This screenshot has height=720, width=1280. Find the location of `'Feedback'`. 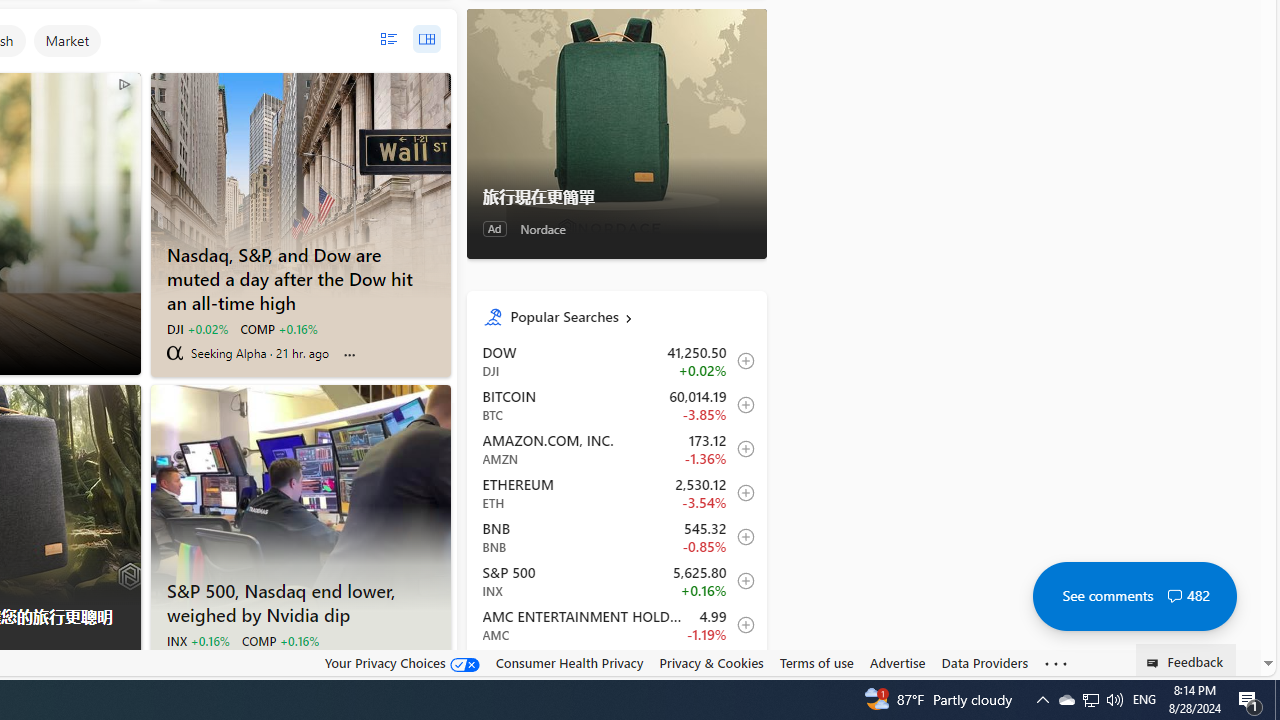

'Feedback' is located at coordinates (1186, 659).